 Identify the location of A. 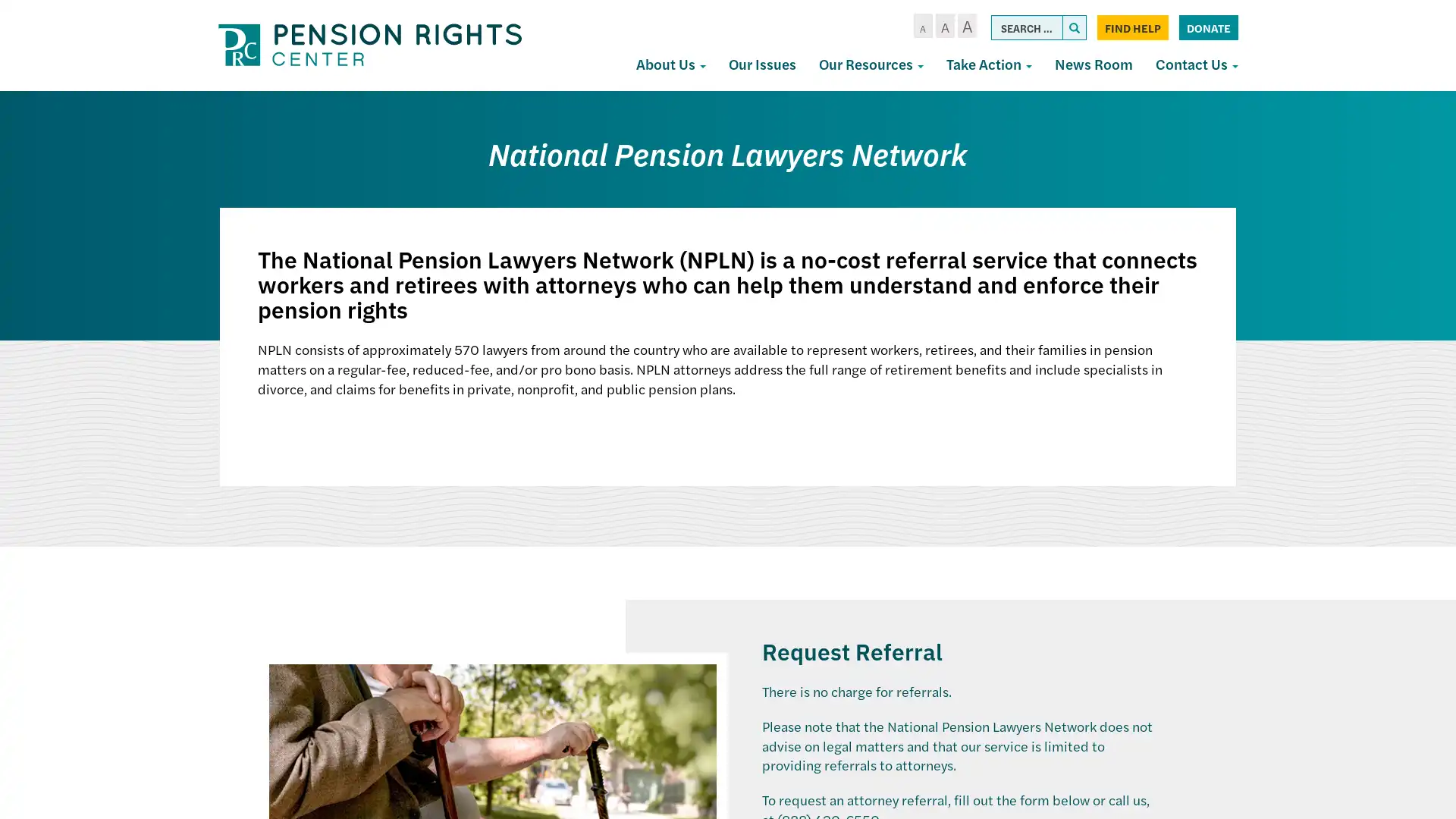
(965, 26).